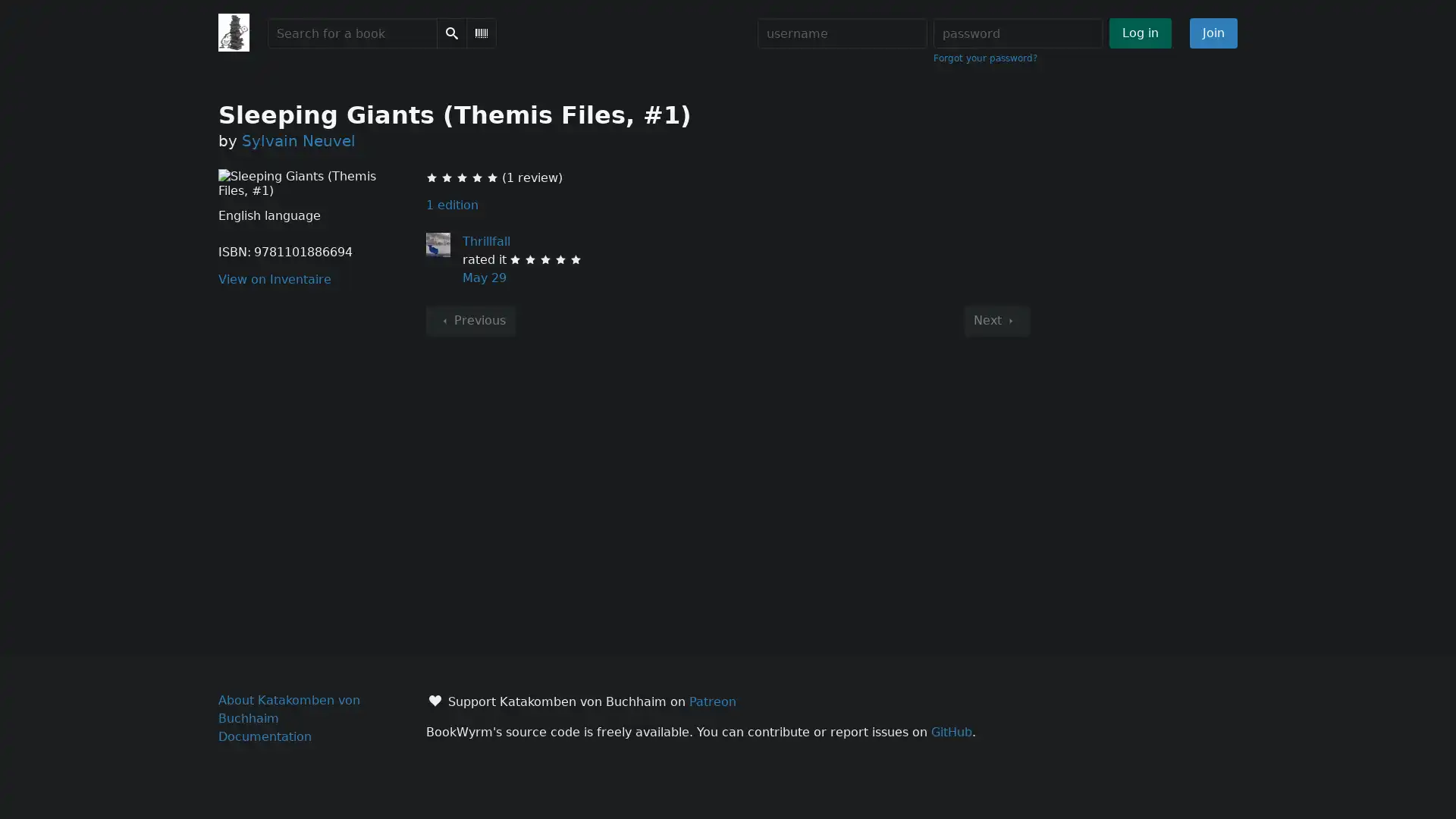 The image size is (1456, 819). Describe the element at coordinates (450, 33) in the screenshot. I see `Search` at that location.